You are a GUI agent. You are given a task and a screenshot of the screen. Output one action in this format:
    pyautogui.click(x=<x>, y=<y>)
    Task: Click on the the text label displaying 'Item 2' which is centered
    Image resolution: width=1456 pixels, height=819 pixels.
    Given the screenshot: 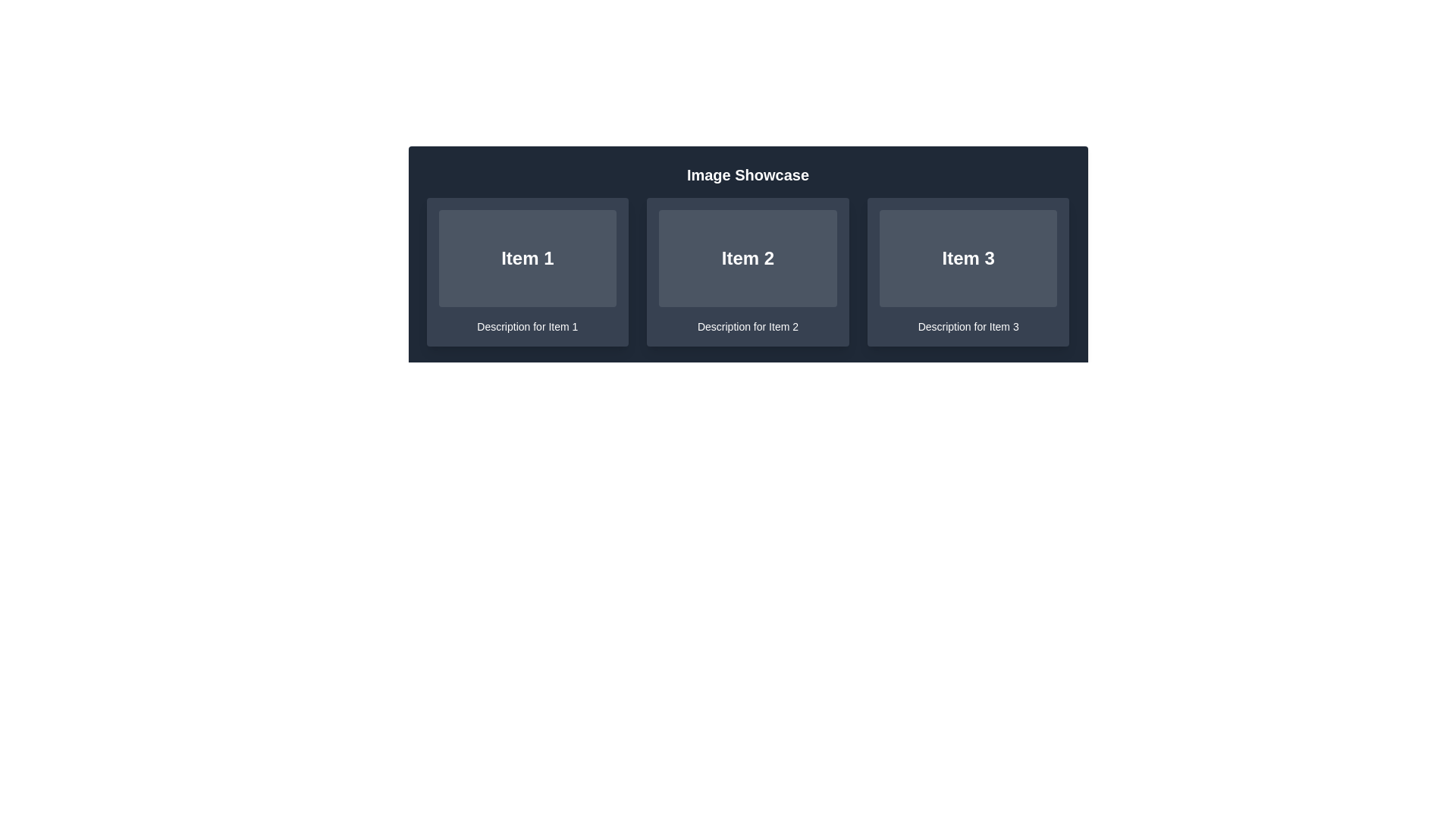 What is the action you would take?
    pyautogui.click(x=748, y=257)
    